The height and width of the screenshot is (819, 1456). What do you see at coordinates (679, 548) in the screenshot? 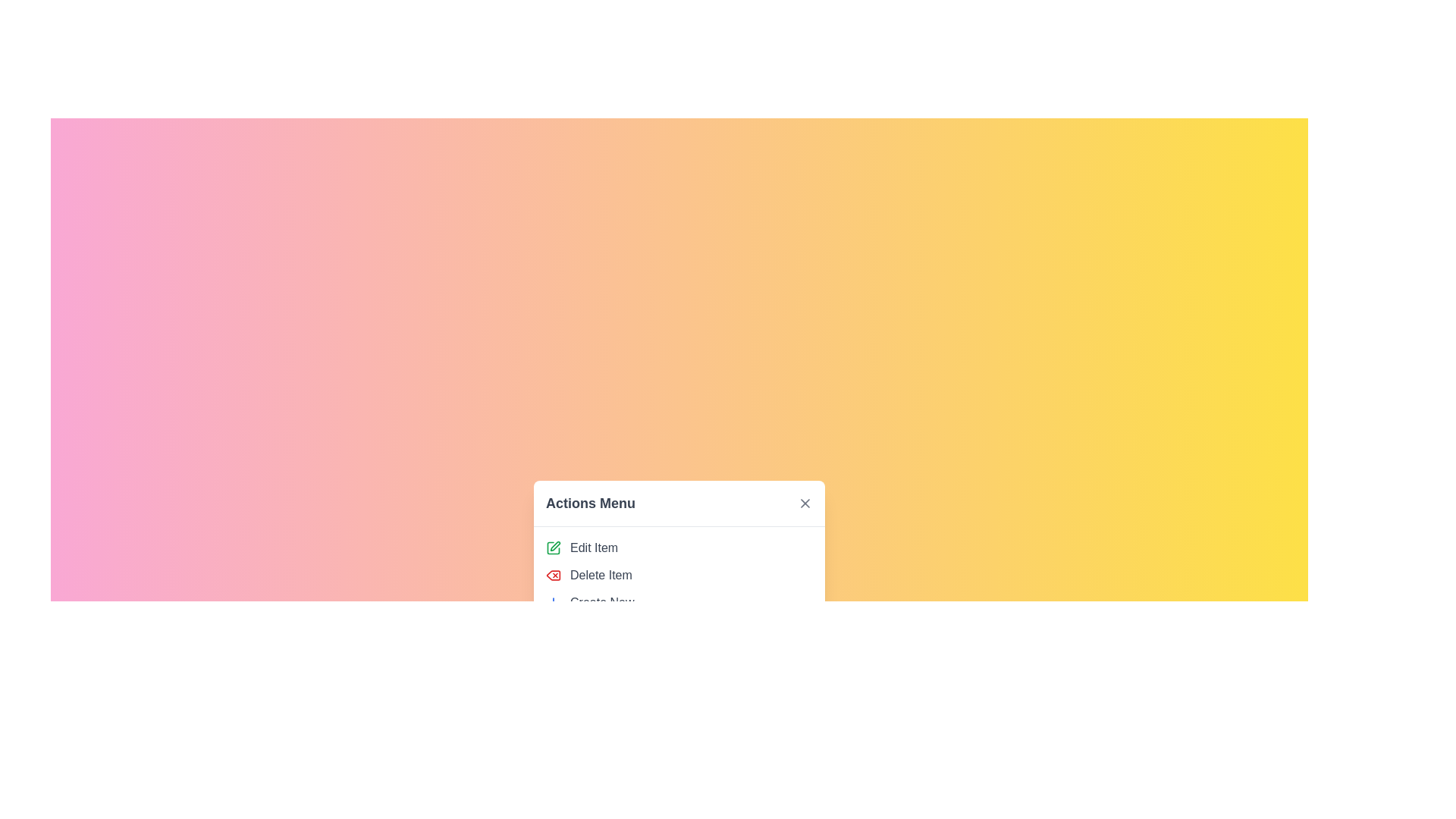
I see `the first Button-like menu option in the 'Actions Menu'` at bounding box center [679, 548].